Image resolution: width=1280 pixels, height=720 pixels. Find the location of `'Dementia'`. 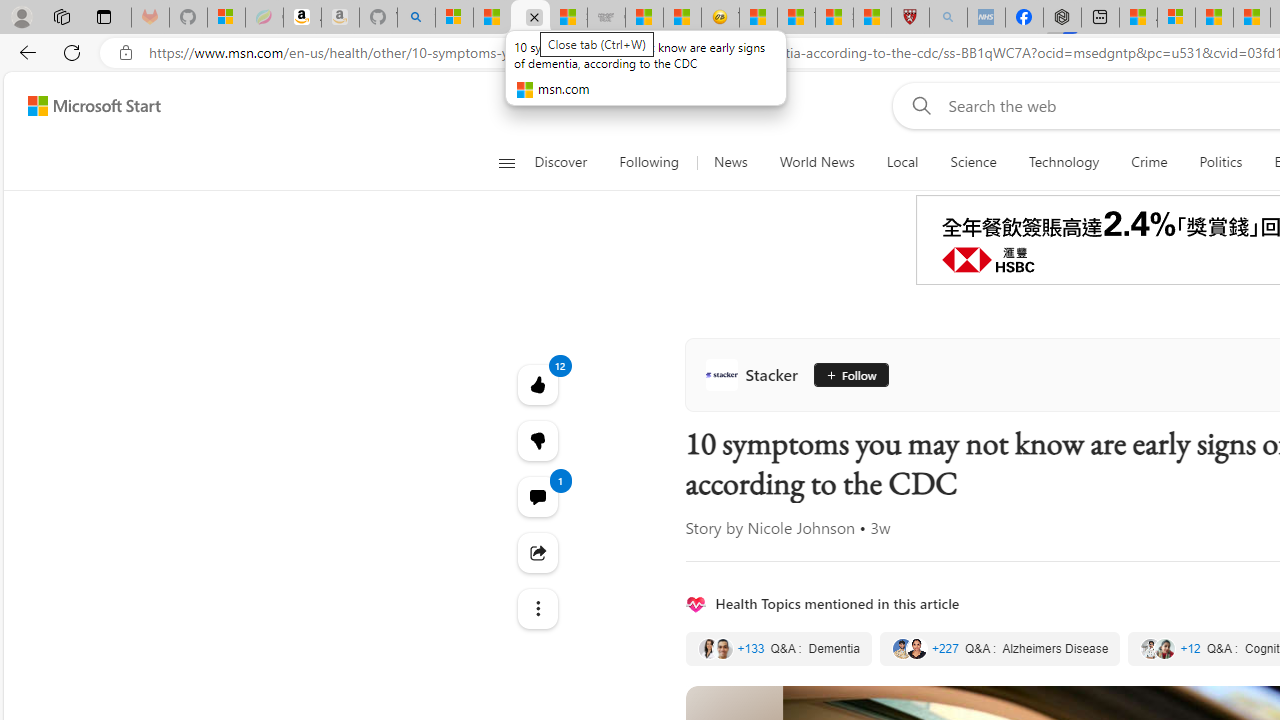

'Dementia' is located at coordinates (777, 649).